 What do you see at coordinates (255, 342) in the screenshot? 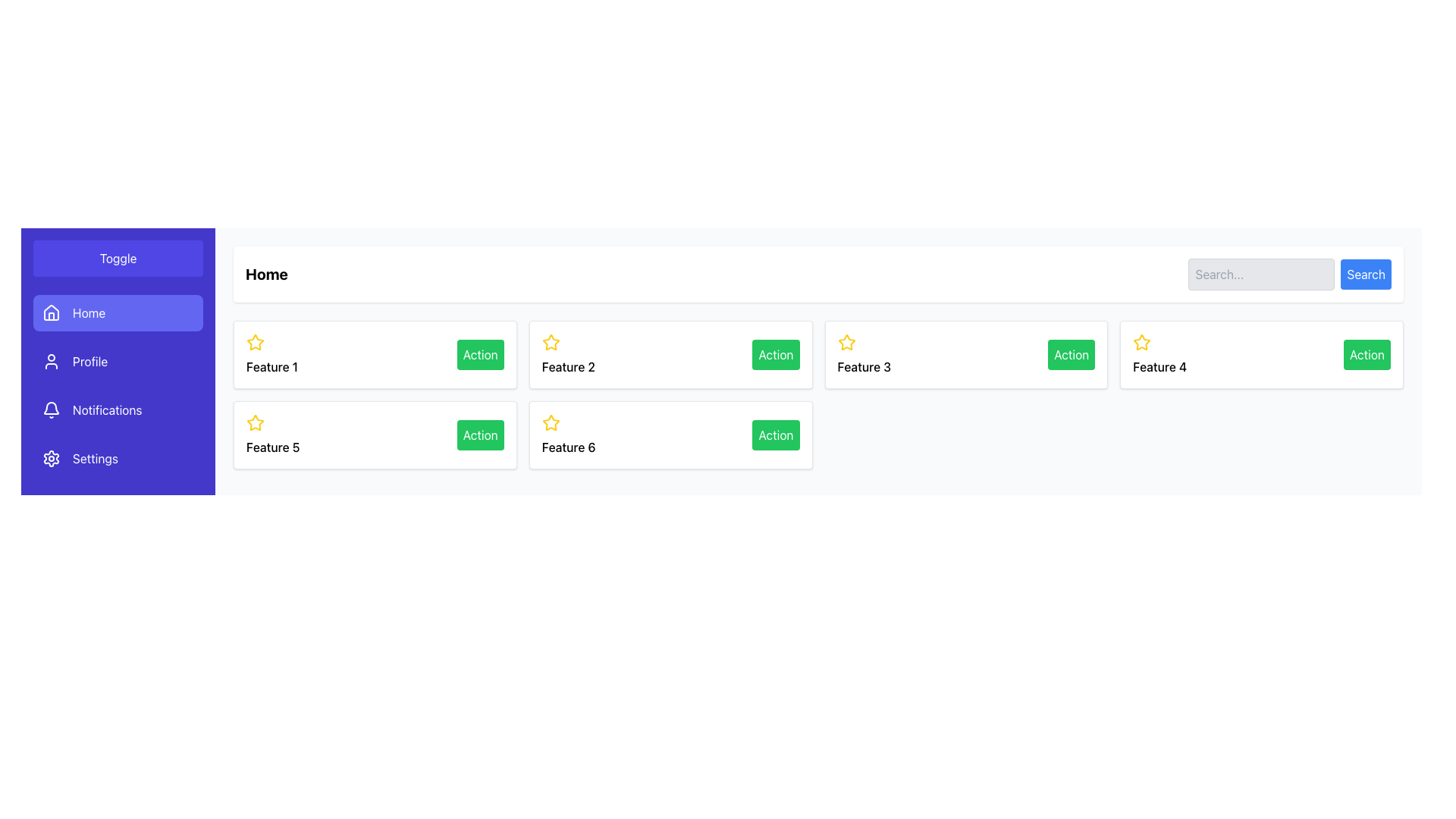
I see `the star-shaped icon outlined with a yellow border located within the 'Feature 1' box for accessibility purposes` at bounding box center [255, 342].